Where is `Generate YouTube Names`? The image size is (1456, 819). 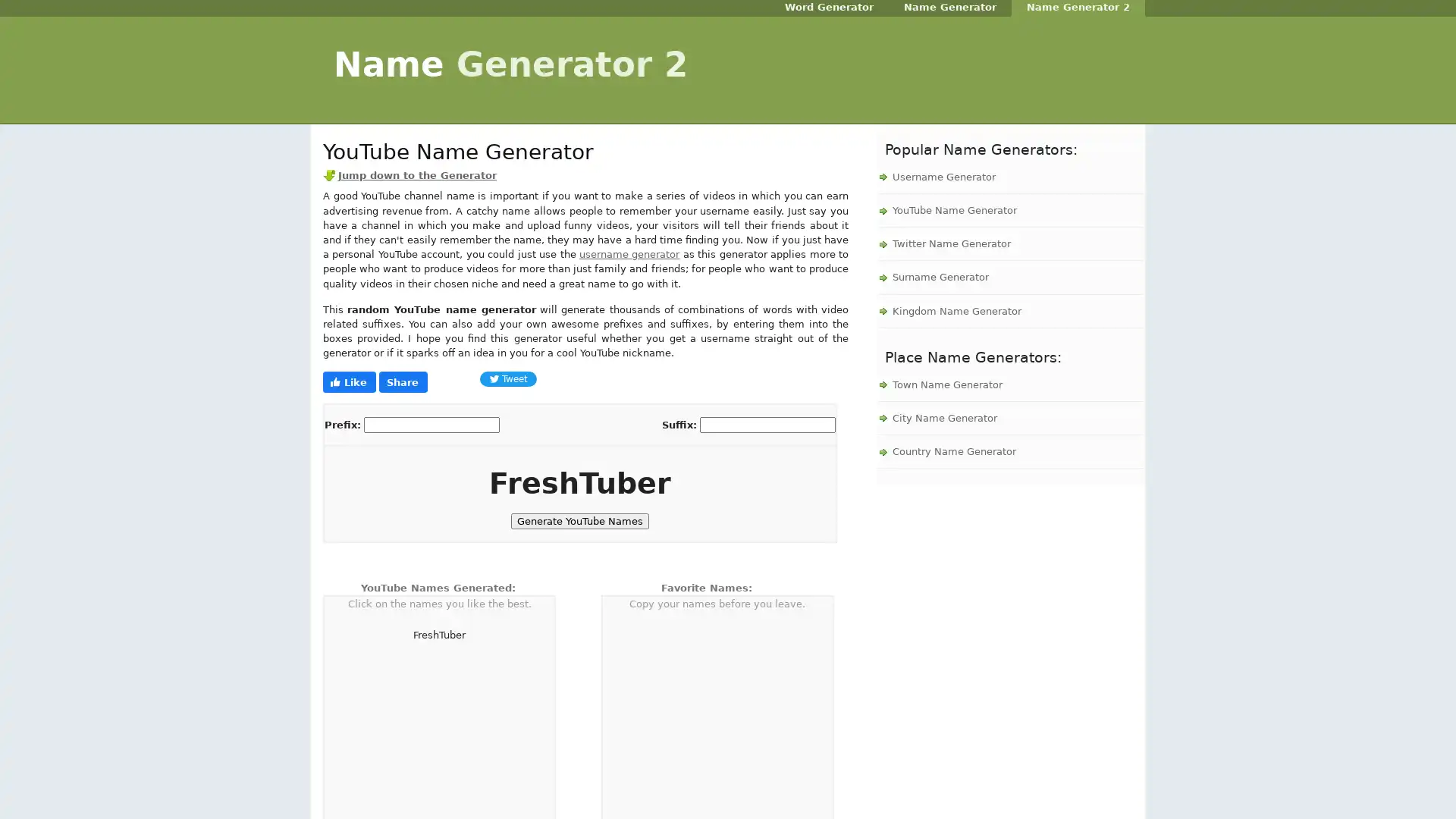
Generate YouTube Names is located at coordinates (579, 520).